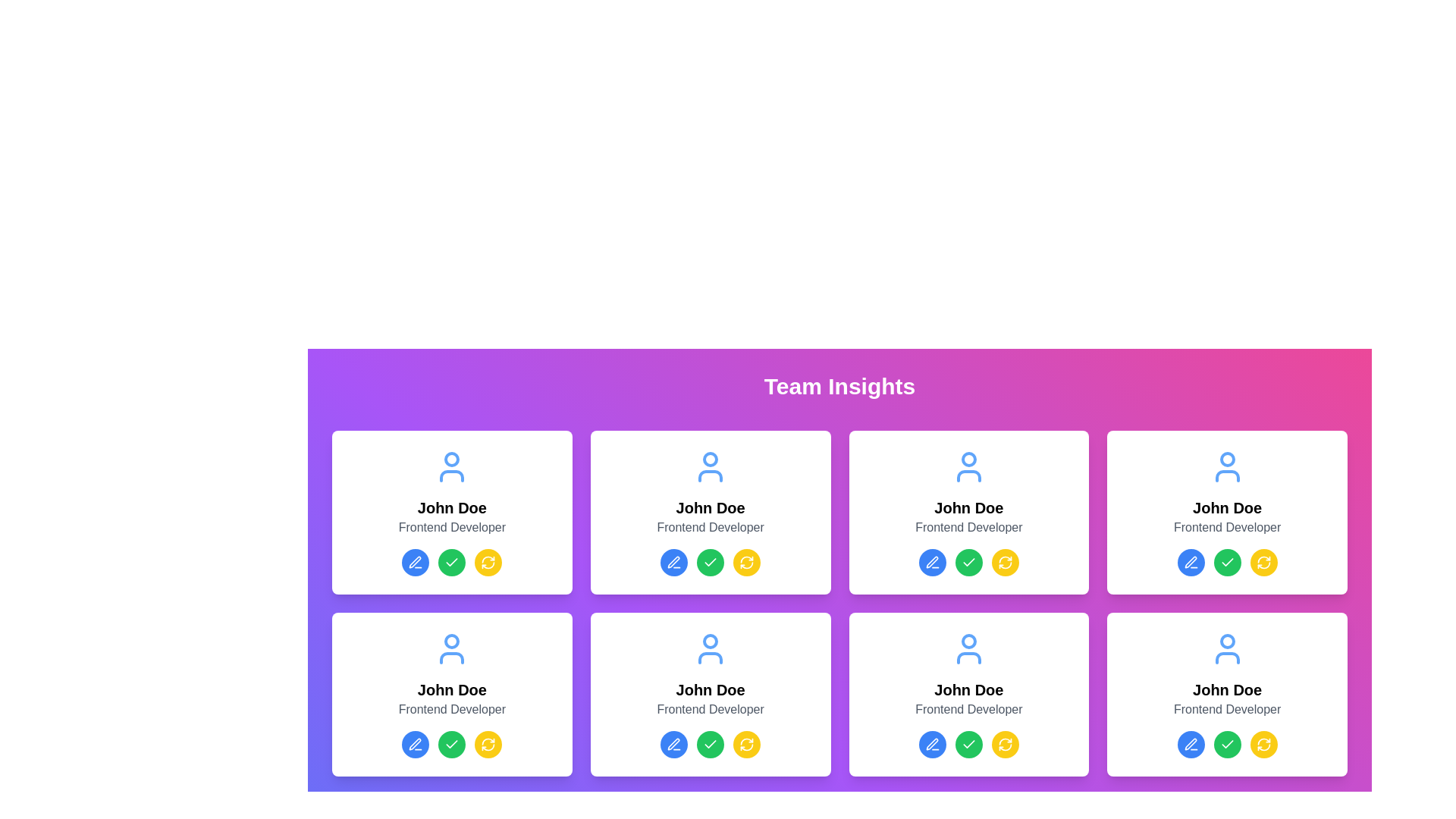  Describe the element at coordinates (1005, 744) in the screenshot. I see `the circular yellow icon button with a refresh symbol in the last card of the grid layout` at that location.